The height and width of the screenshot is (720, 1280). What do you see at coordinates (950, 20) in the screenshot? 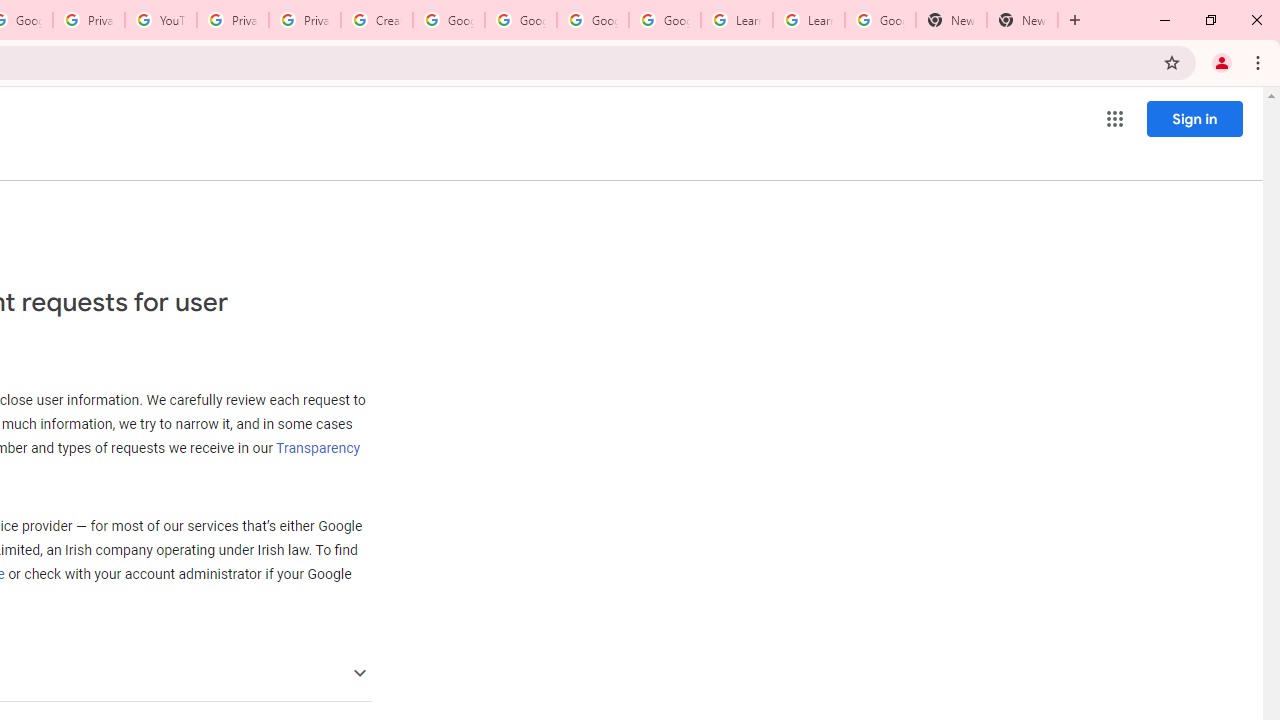
I see `'New Tab'` at bounding box center [950, 20].